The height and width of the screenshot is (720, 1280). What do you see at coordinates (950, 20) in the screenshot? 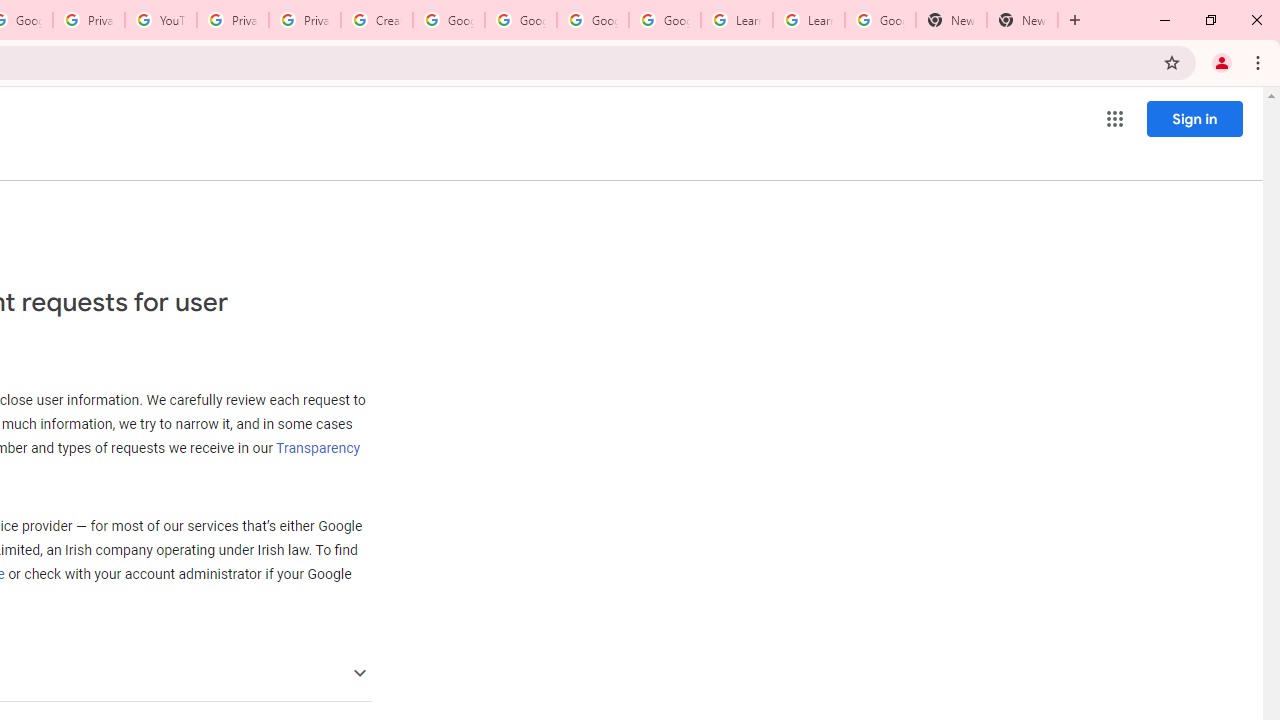
I see `'New Tab'` at bounding box center [950, 20].